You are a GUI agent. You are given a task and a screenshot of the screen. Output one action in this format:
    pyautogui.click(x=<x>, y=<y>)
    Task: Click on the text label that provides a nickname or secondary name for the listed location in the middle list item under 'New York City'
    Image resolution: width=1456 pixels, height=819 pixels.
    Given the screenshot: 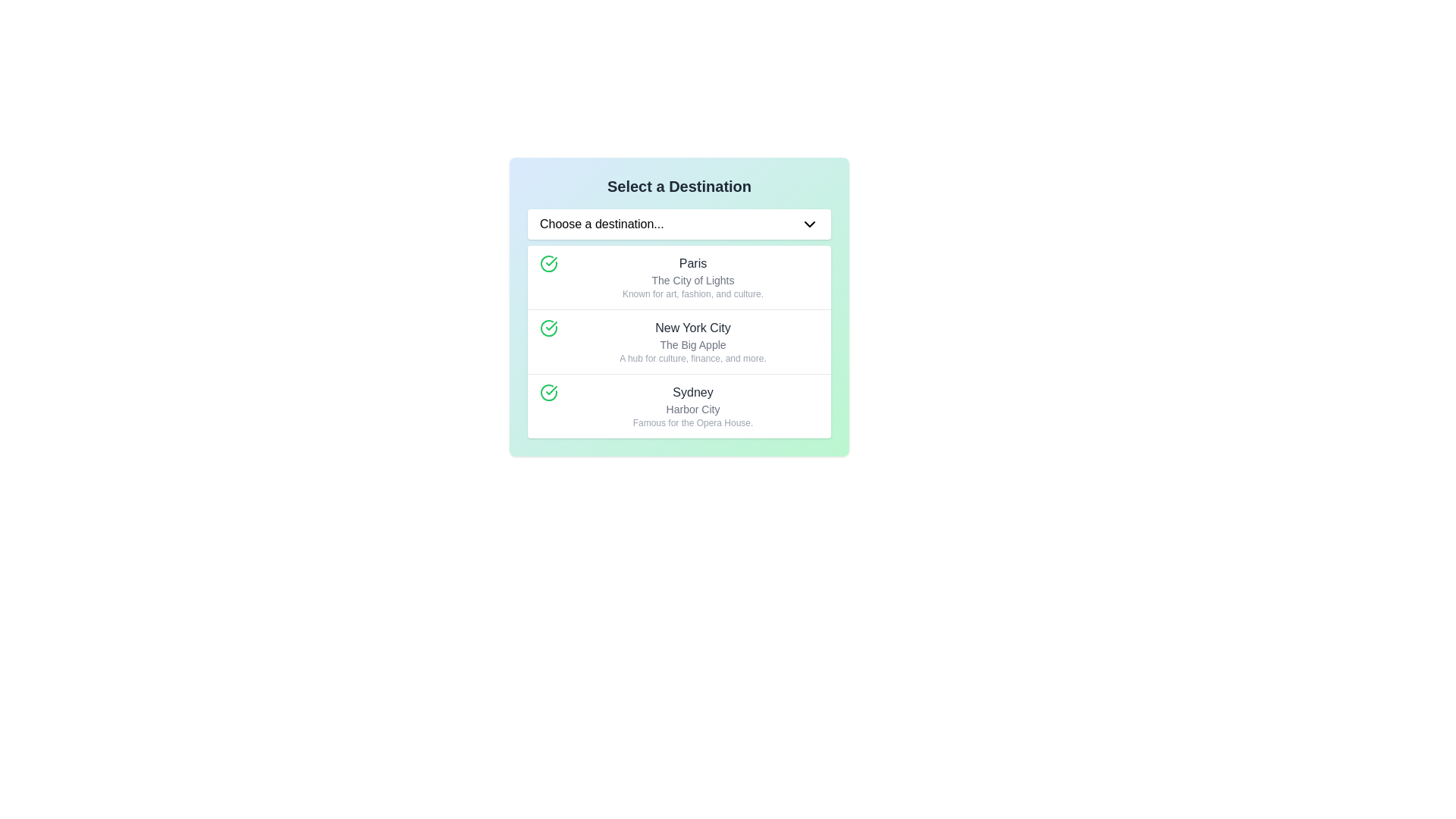 What is the action you would take?
    pyautogui.click(x=692, y=345)
    